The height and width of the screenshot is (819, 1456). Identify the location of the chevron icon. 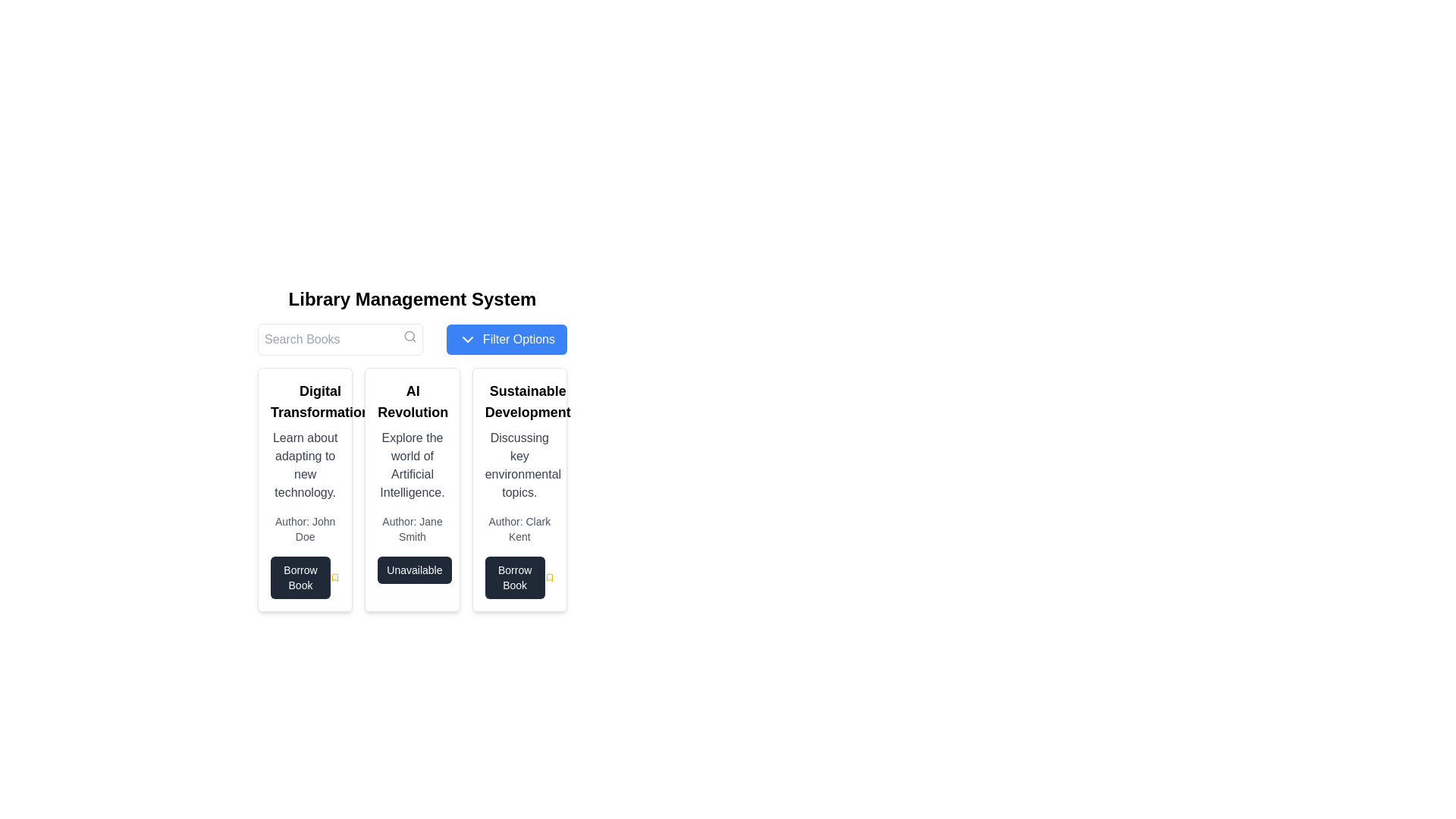
(466, 338).